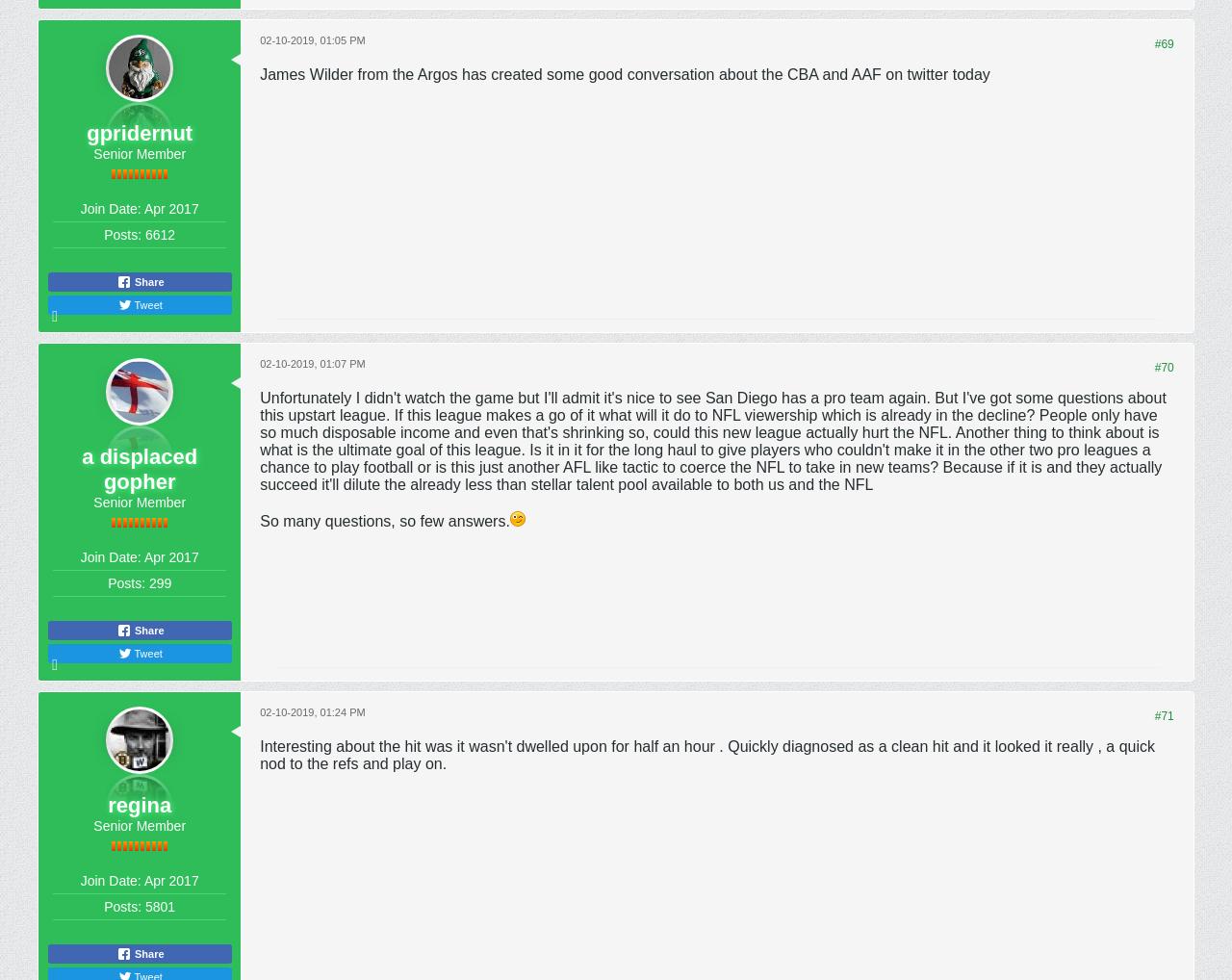  What do you see at coordinates (384, 519) in the screenshot?
I see `'So many questions, so few answers.'` at bounding box center [384, 519].